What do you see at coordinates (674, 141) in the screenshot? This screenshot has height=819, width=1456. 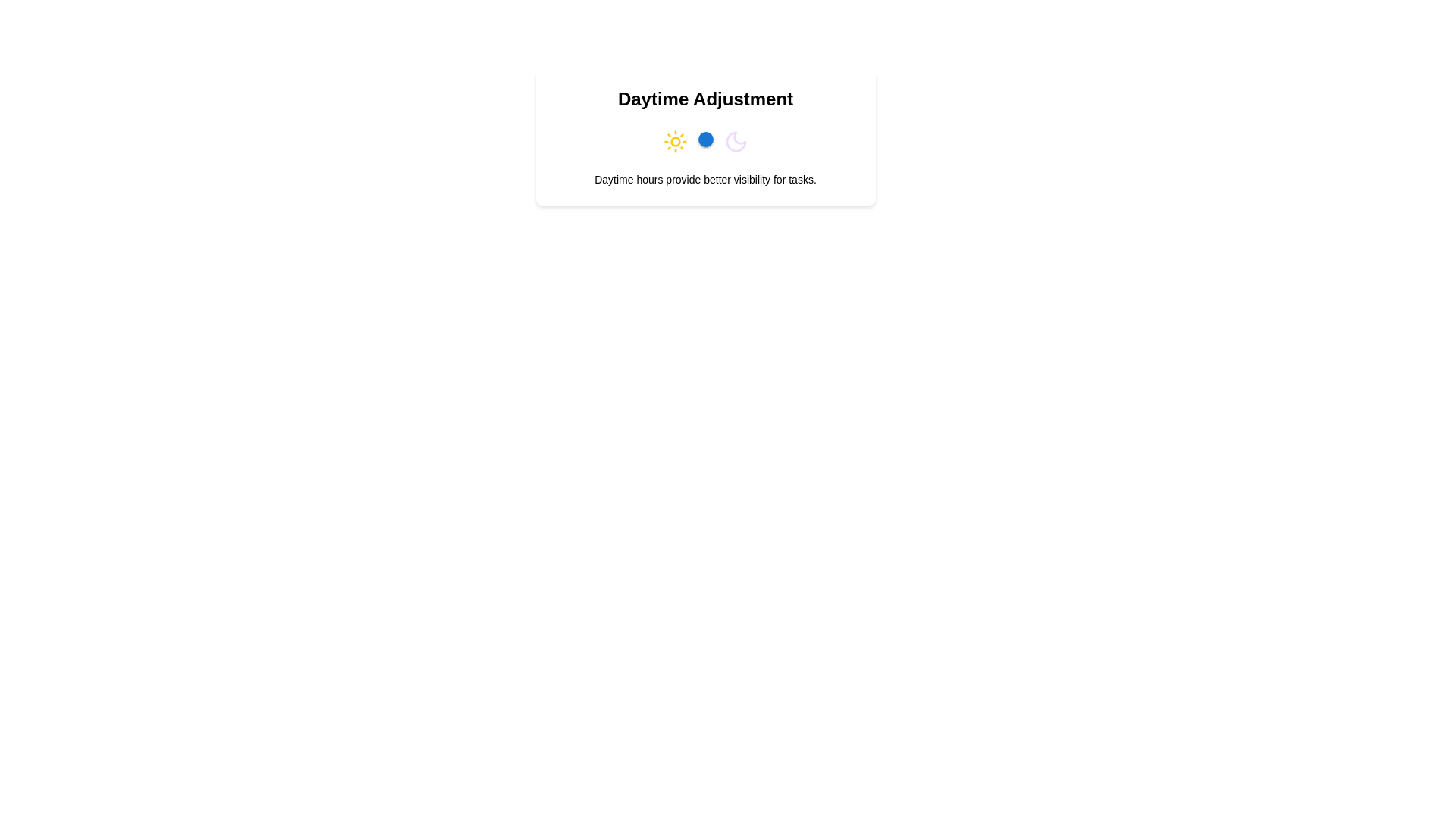 I see `the innermost decorative SVG circle of the sun-like icon located below the 'Daytime Adjustment' text` at bounding box center [674, 141].